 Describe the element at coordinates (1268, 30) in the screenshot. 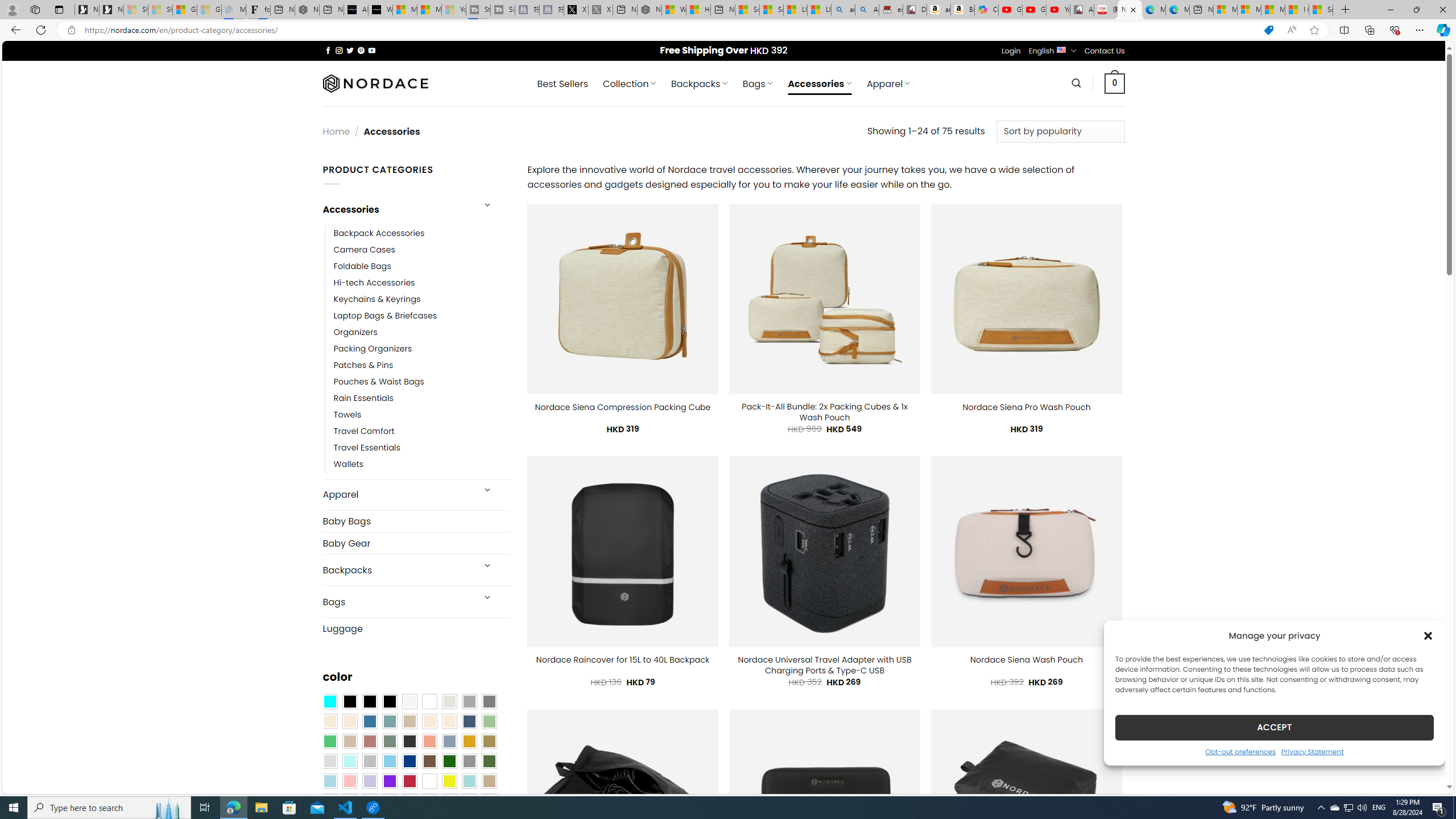

I see `'This site has coupons! Shopping in Microsoft Edge'` at that location.